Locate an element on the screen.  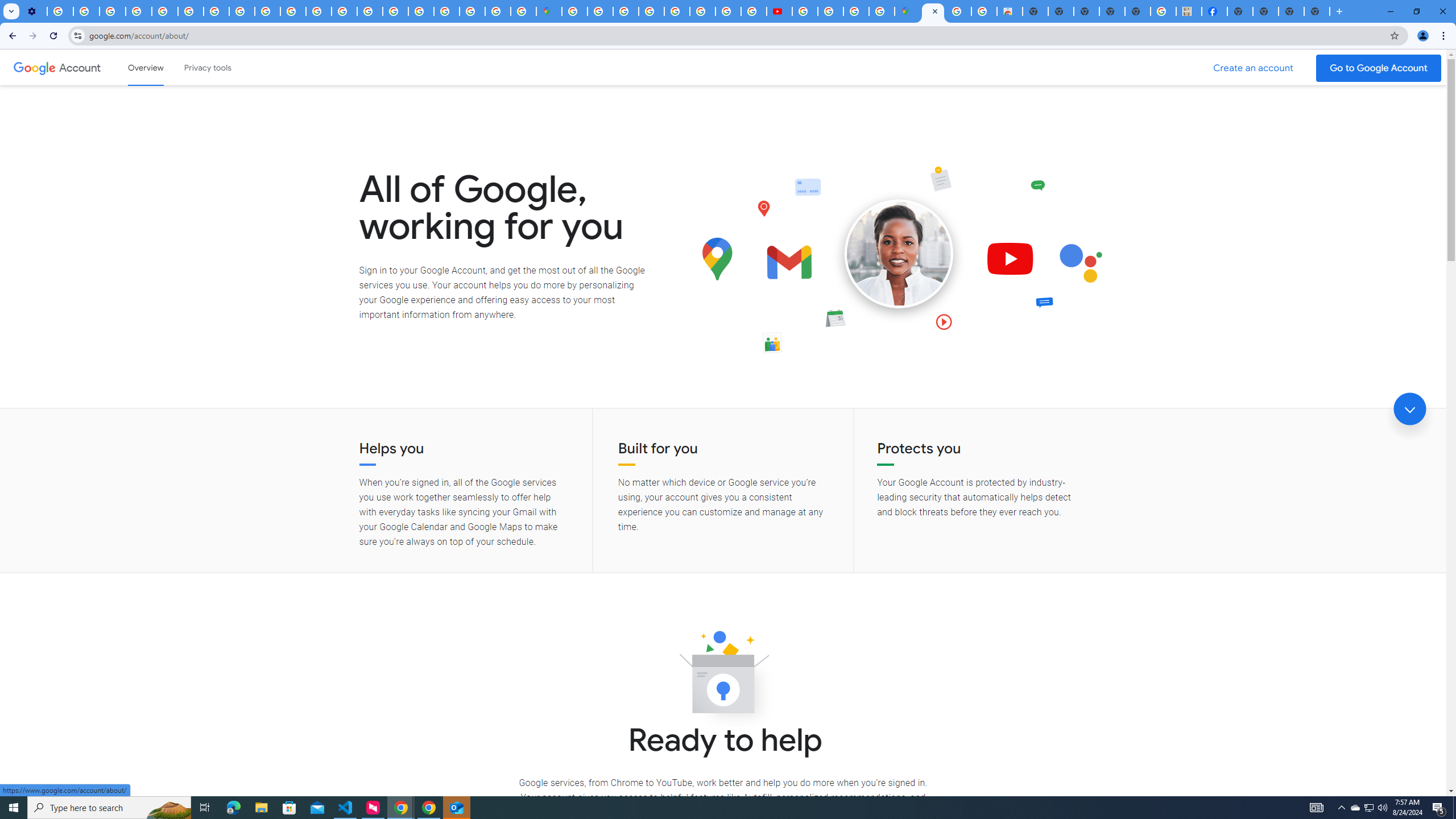
'How Chrome protects your passwords - Google Chrome Help' is located at coordinates (804, 11).